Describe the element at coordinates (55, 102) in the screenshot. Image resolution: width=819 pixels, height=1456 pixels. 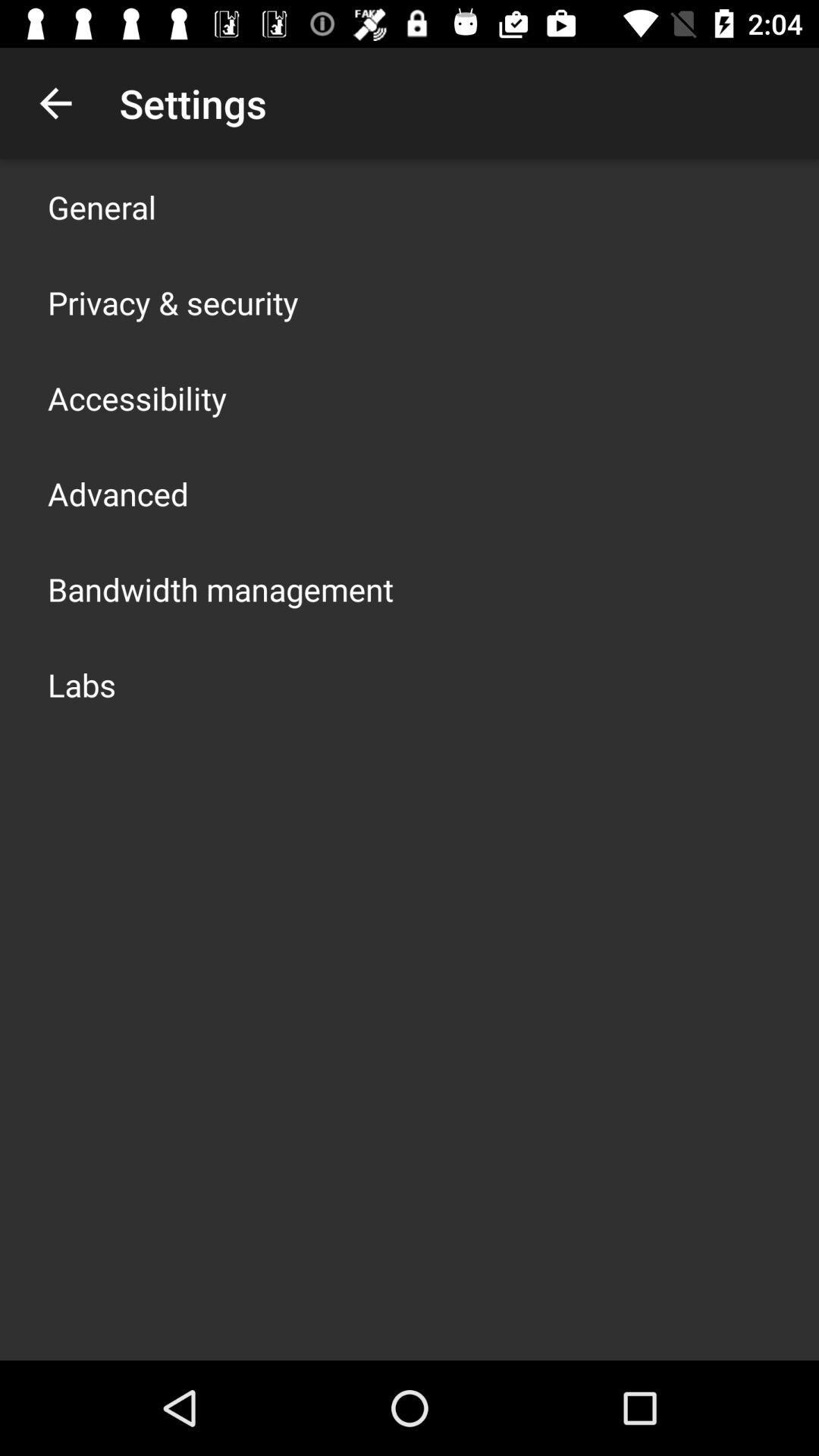
I see `app to the left of settings icon` at that location.